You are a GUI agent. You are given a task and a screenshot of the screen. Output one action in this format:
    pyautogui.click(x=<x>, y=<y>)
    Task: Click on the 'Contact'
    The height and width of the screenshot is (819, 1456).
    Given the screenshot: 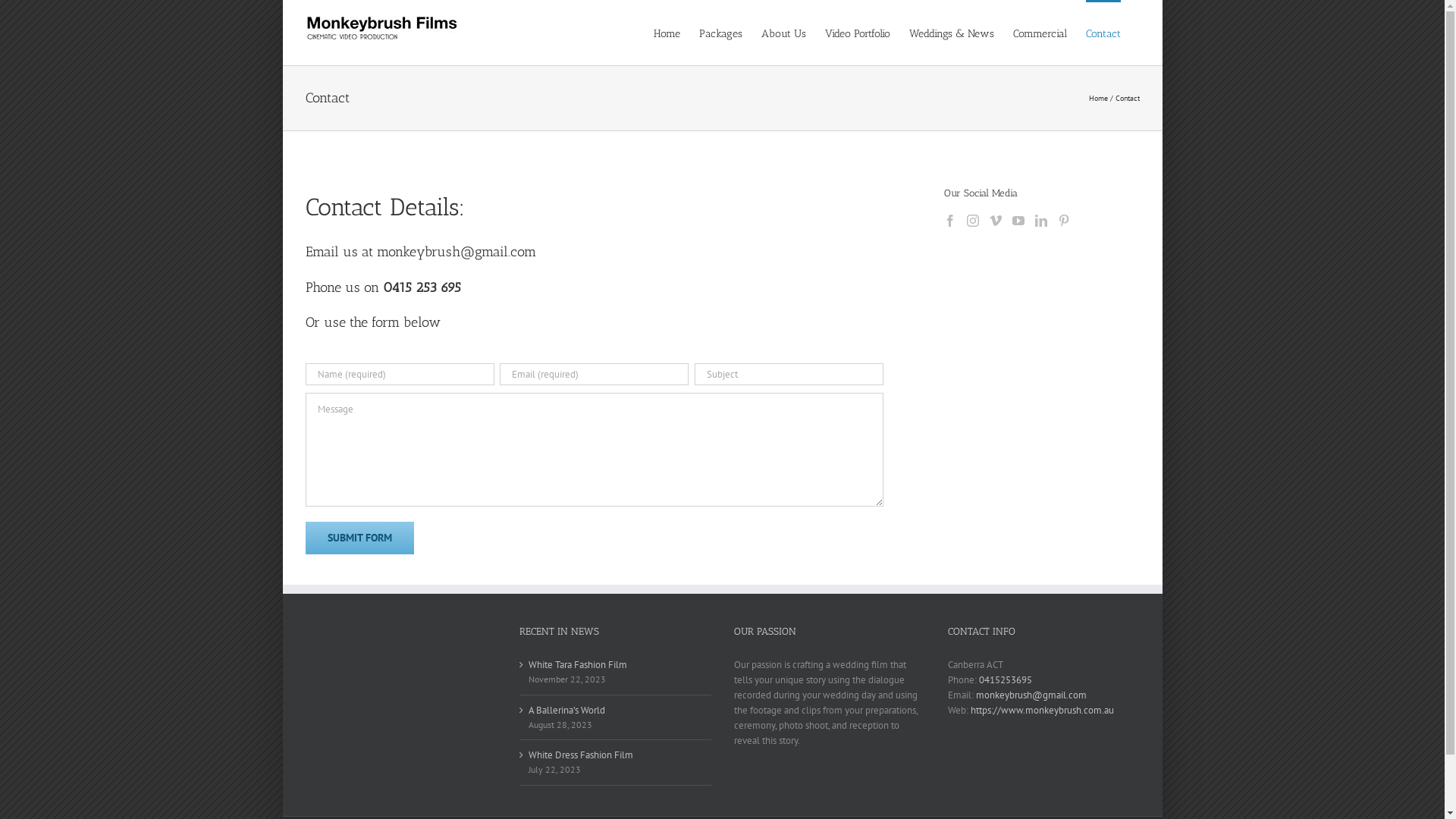 What is the action you would take?
    pyautogui.click(x=1103, y=32)
    